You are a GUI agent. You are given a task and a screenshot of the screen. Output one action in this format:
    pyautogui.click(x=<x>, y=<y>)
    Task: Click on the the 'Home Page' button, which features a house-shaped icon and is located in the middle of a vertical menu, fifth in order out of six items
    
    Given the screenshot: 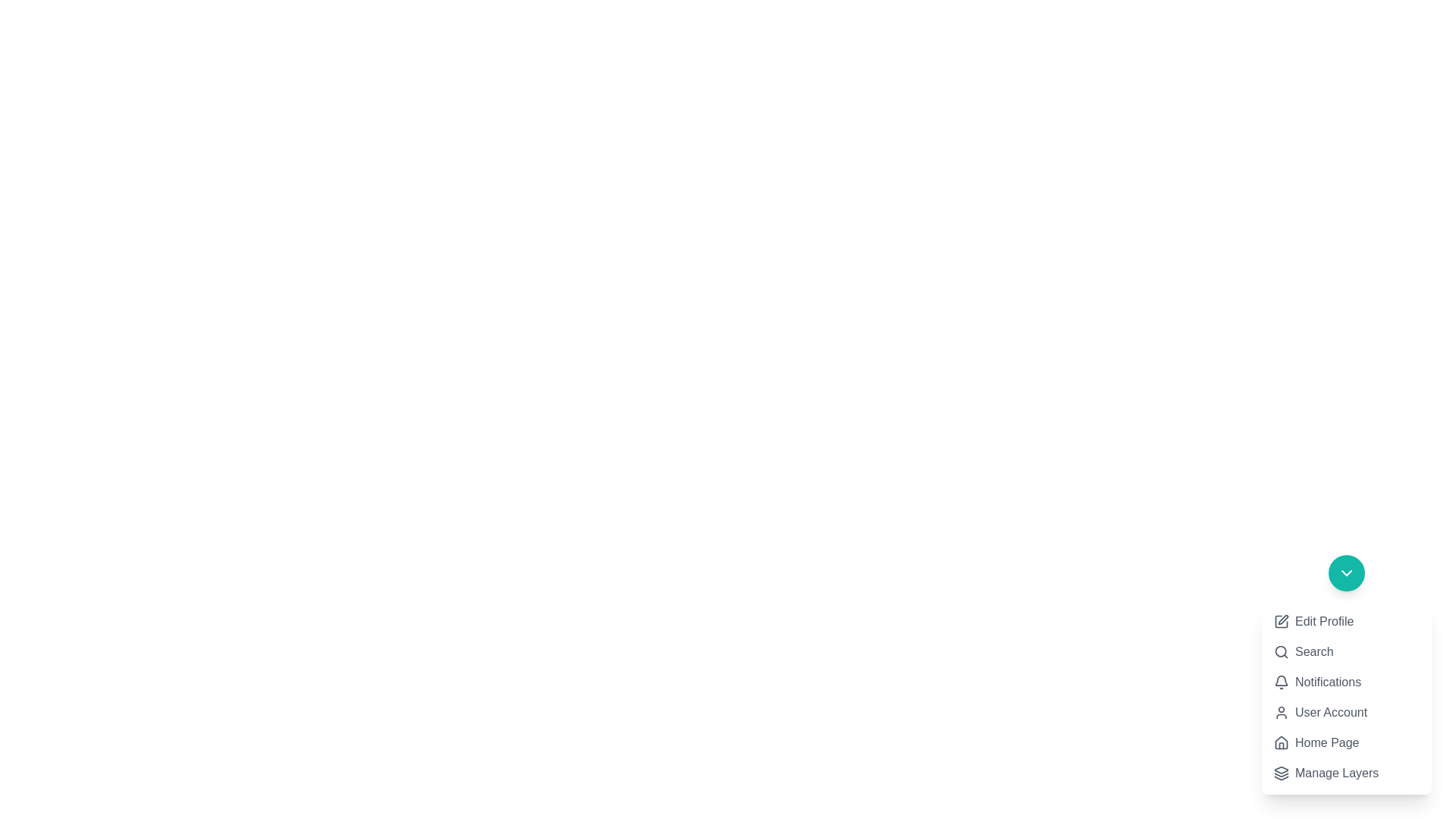 What is the action you would take?
    pyautogui.click(x=1316, y=742)
    